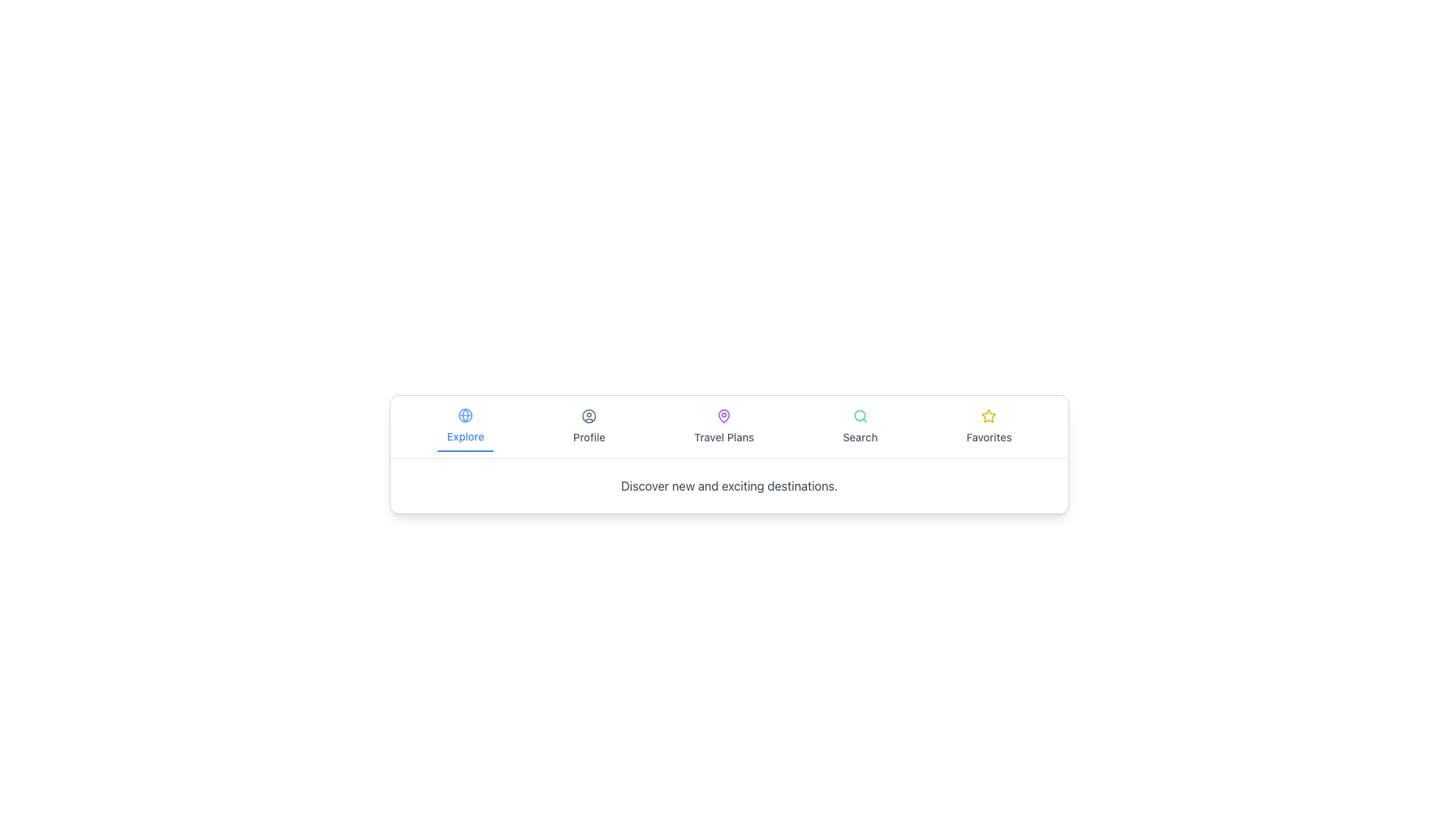 This screenshot has height=819, width=1456. Describe the element at coordinates (860, 416) in the screenshot. I see `the green outlined magnifying glass icon located above the 'Search' text label in the horizontal navigation bar to initiate a search` at that location.